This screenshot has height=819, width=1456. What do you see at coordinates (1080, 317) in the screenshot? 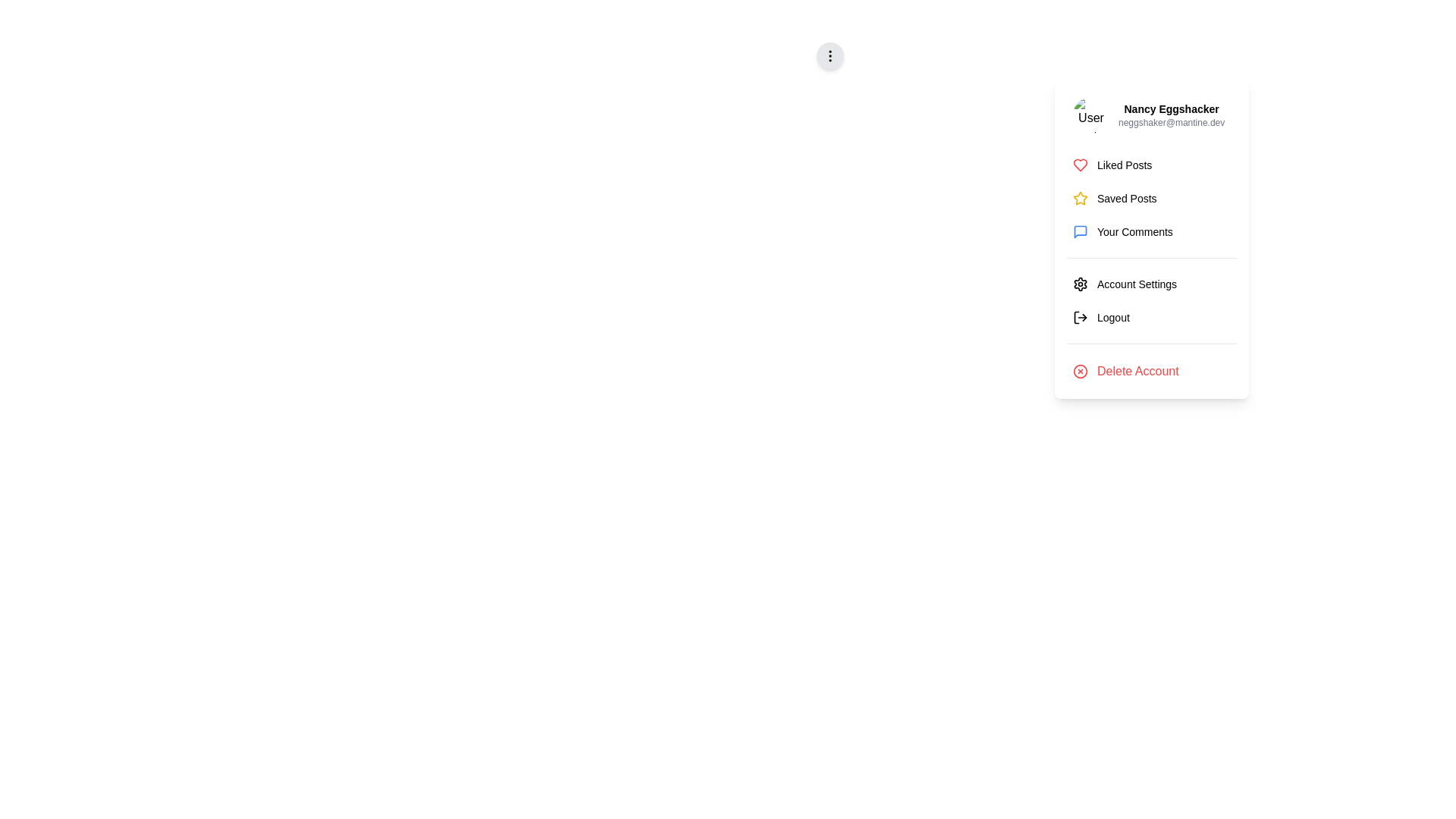
I see `the logout icon, which is a graphical representation with a door-like shape and an outward arrow, located in the vertical menu next to the 'Logout' text label` at bounding box center [1080, 317].